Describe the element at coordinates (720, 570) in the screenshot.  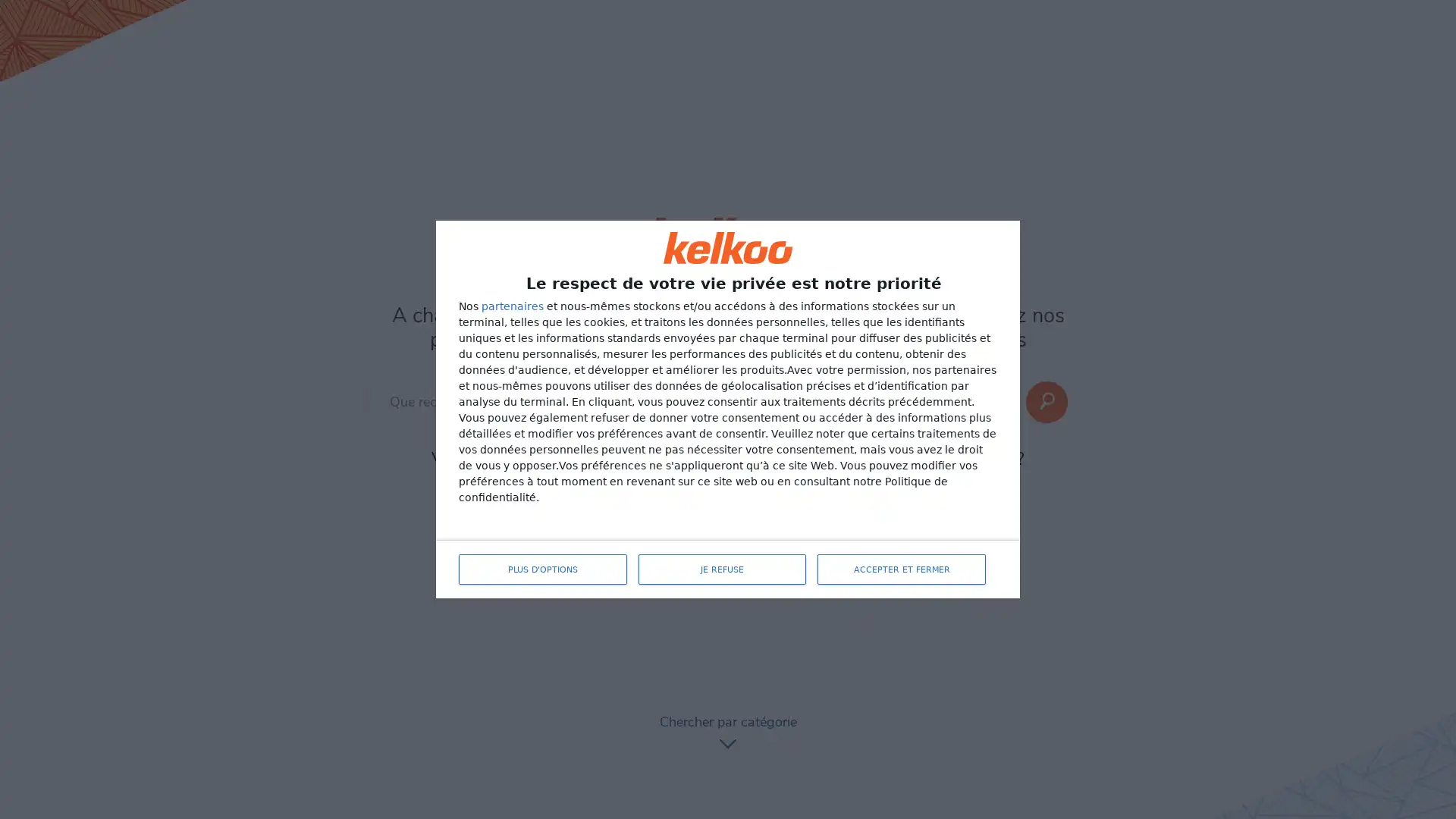
I see `JE REFUSE` at that location.